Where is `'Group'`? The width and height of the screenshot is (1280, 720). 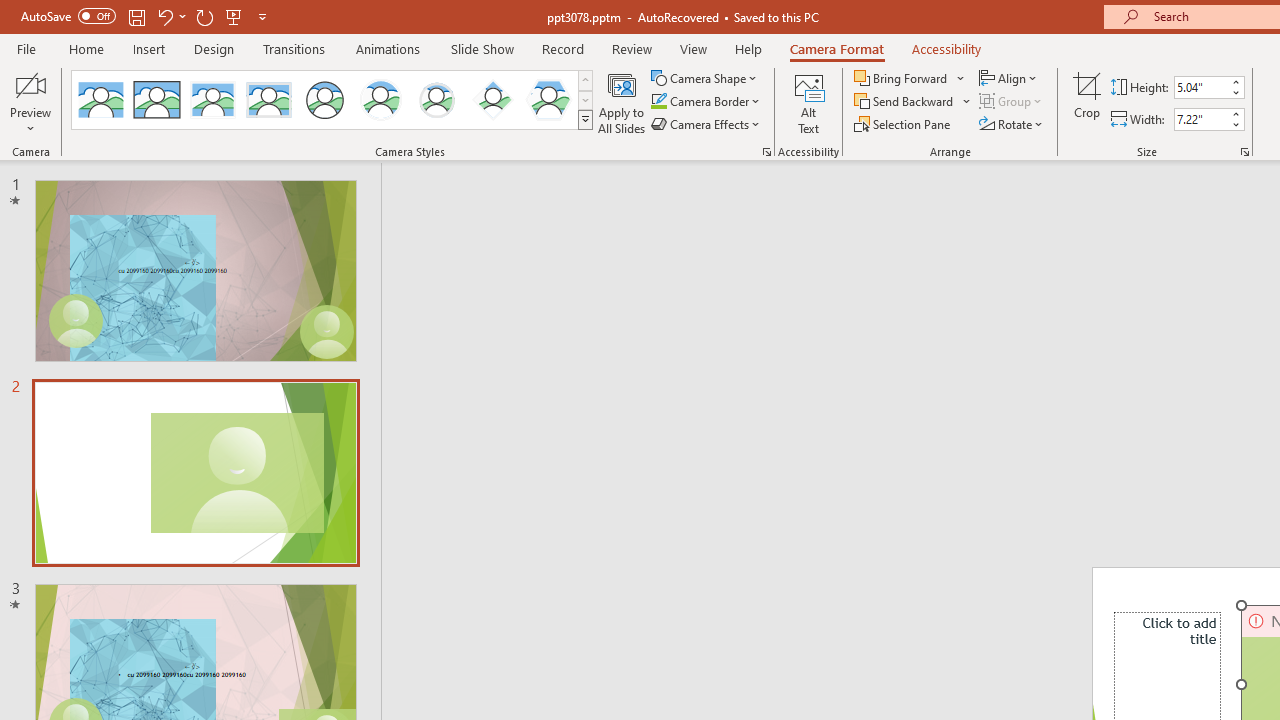
'Group' is located at coordinates (1012, 101).